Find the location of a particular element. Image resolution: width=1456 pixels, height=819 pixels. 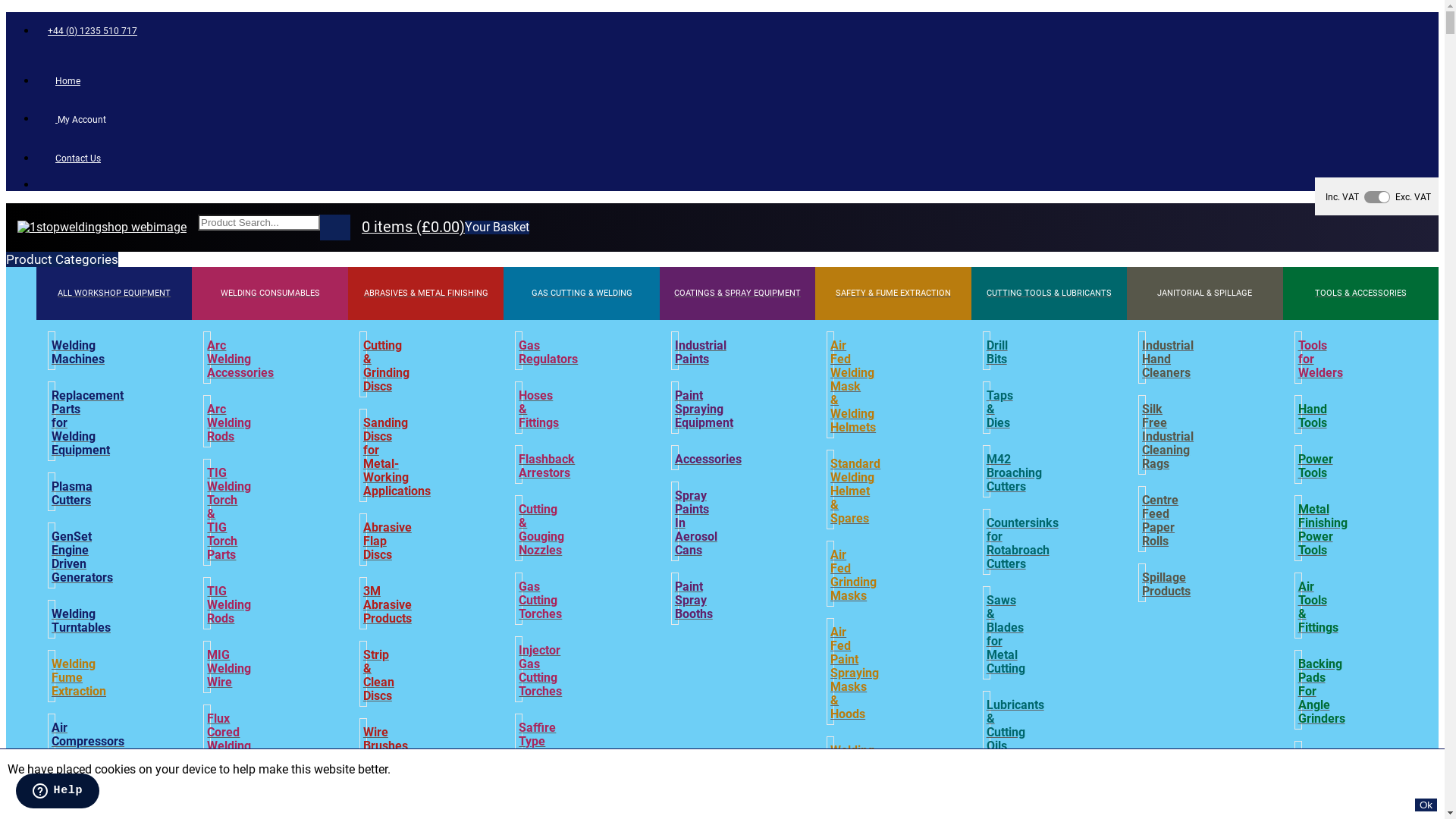

'MIG Welding Wire' is located at coordinates (228, 668).